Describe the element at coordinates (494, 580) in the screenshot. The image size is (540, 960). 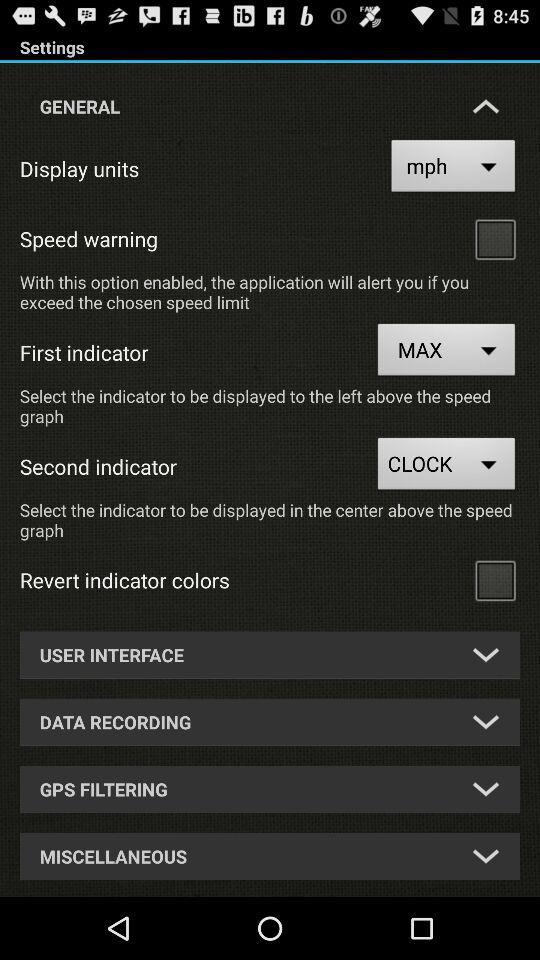
I see `shows empty box` at that location.